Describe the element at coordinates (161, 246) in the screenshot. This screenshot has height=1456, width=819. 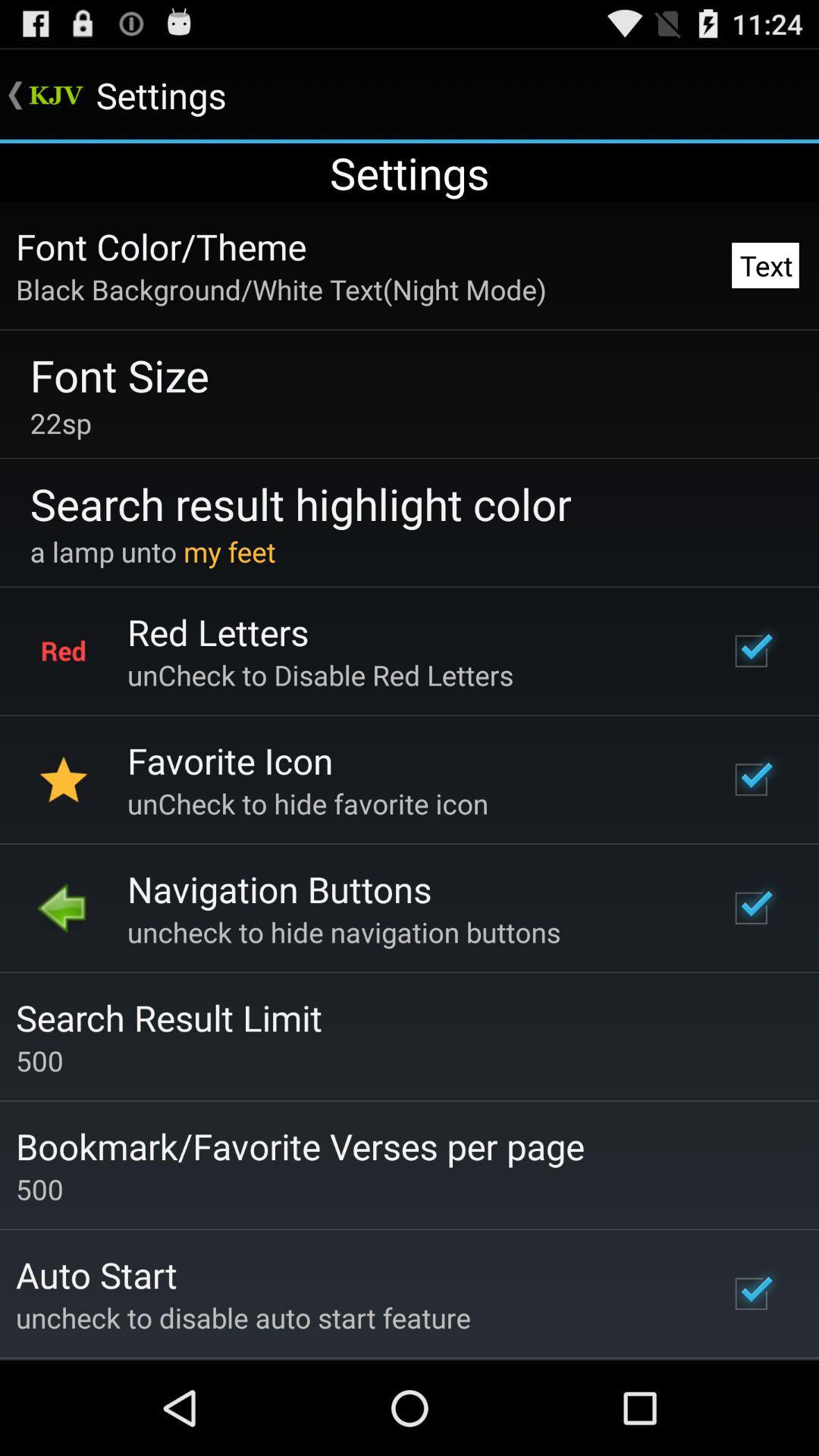
I see `font color/theme icon` at that location.